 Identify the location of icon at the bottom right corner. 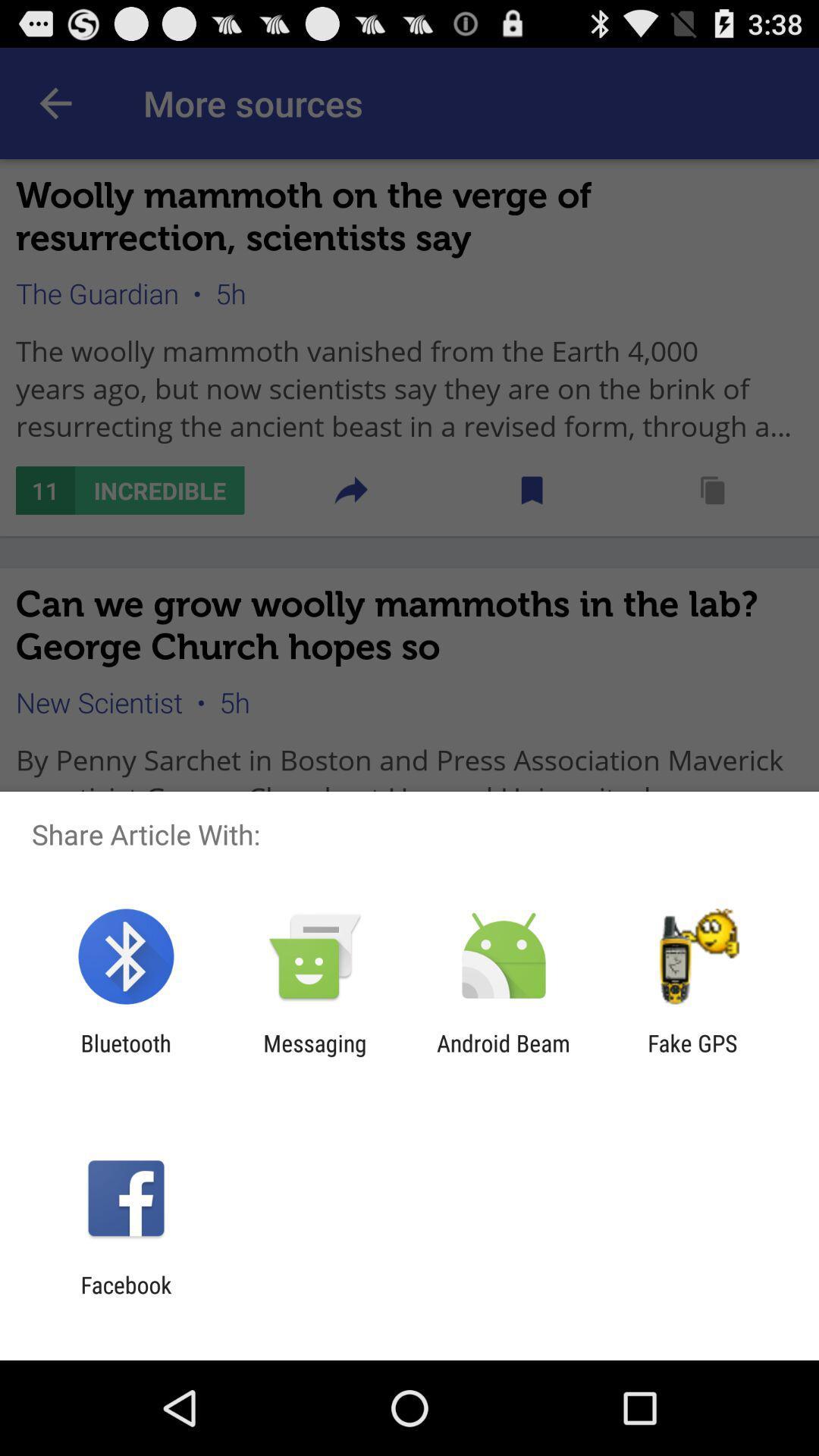
(692, 1056).